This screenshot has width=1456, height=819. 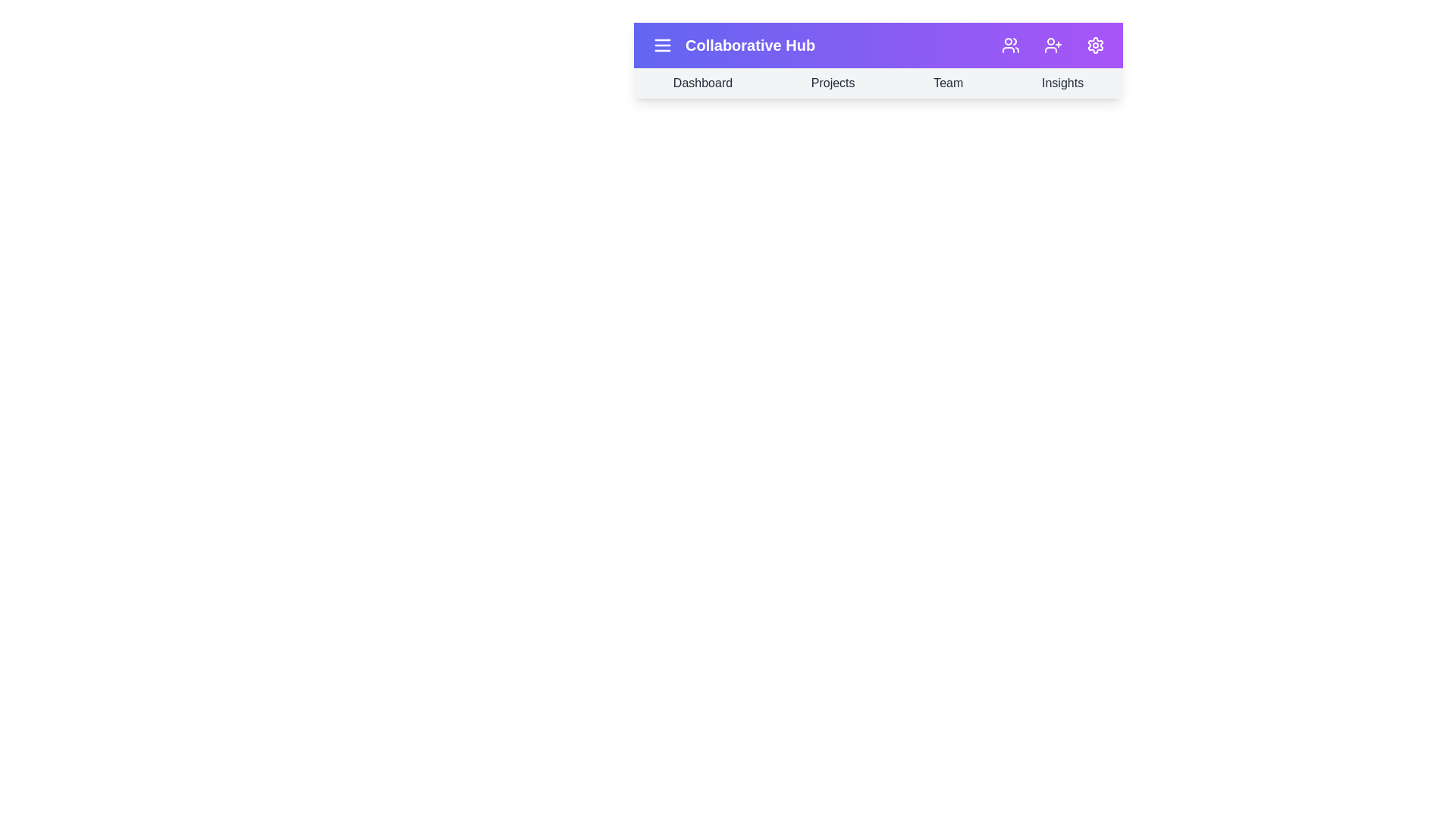 What do you see at coordinates (1052, 45) in the screenshot?
I see `the Add User button in the CollaborativeAppBar` at bounding box center [1052, 45].